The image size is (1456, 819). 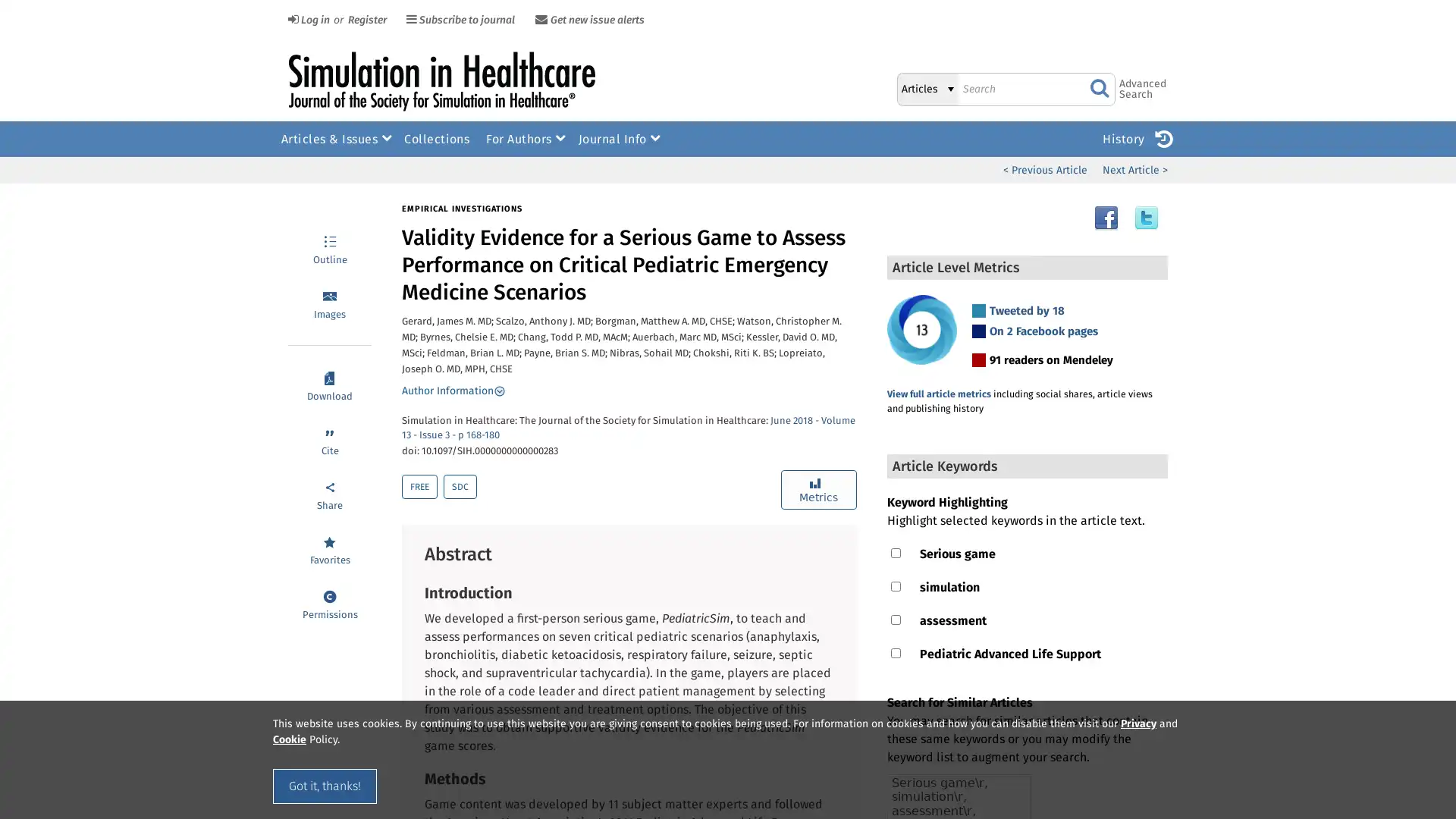 I want to click on Share, so click(x=329, y=494).